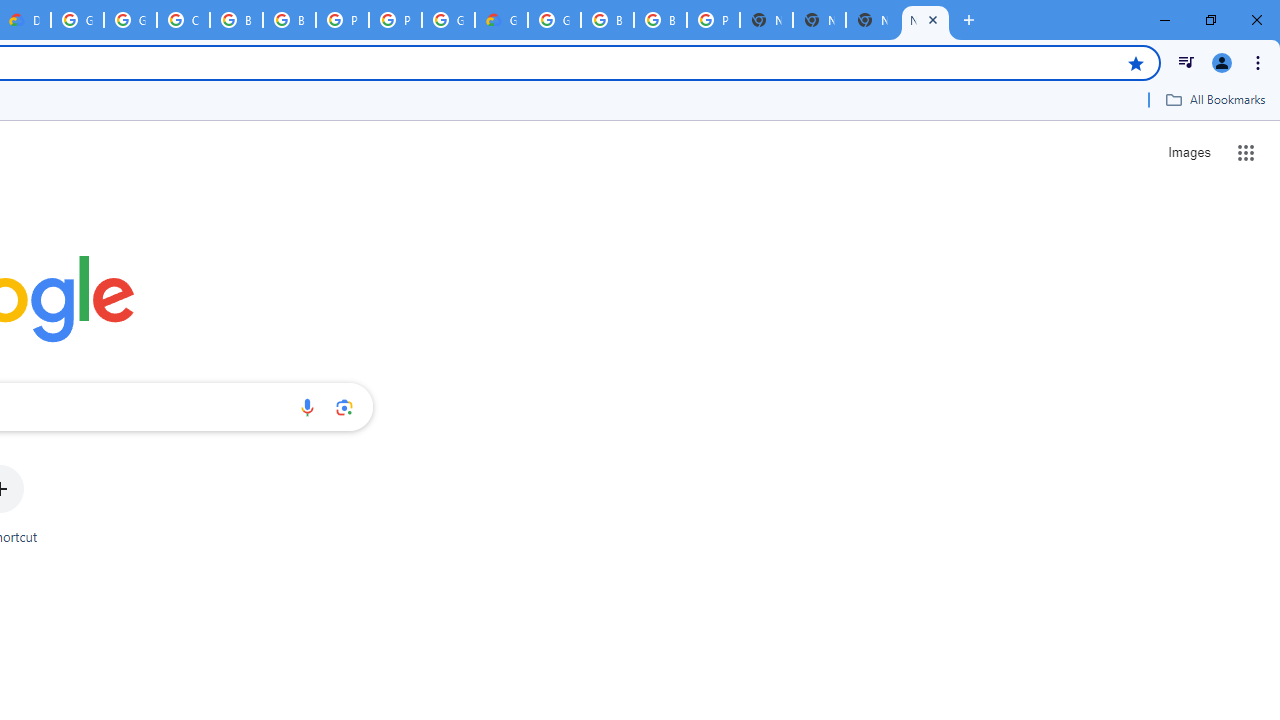 Image resolution: width=1280 pixels, height=720 pixels. Describe the element at coordinates (344, 406) in the screenshot. I see `'Search by image'` at that location.